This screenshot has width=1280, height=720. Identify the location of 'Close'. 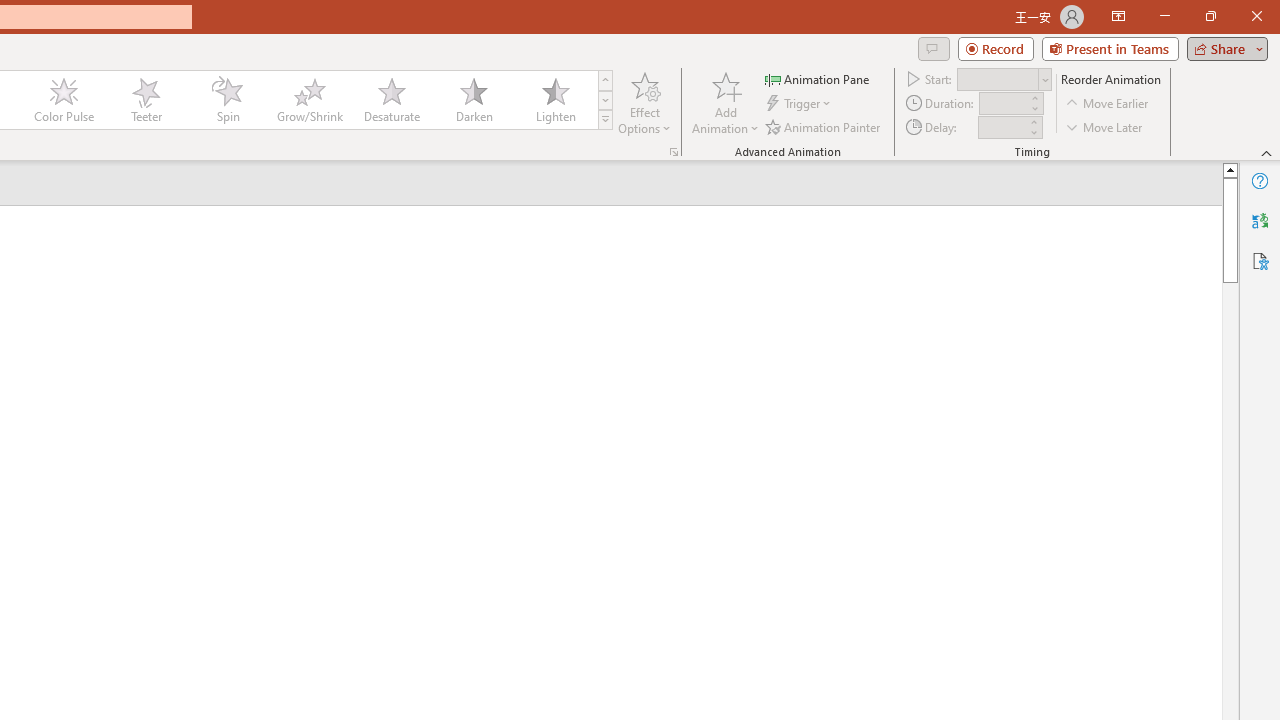
(1255, 16).